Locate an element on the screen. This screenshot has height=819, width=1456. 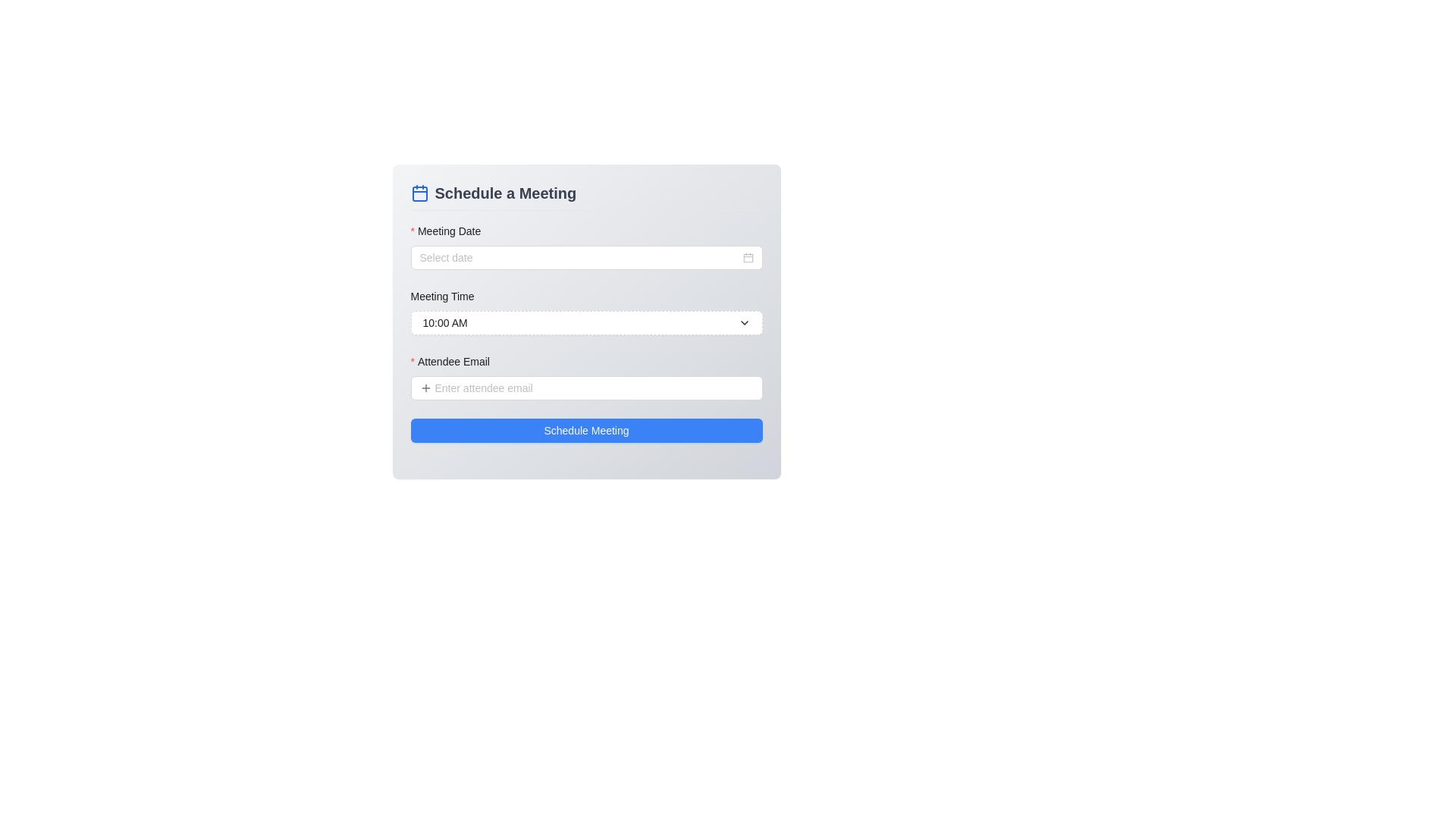
the 'Meeting Time' input field in the 'Schedule a Meeting' form section, which is centrally positioned and allows selection of time options is located at coordinates (585, 321).